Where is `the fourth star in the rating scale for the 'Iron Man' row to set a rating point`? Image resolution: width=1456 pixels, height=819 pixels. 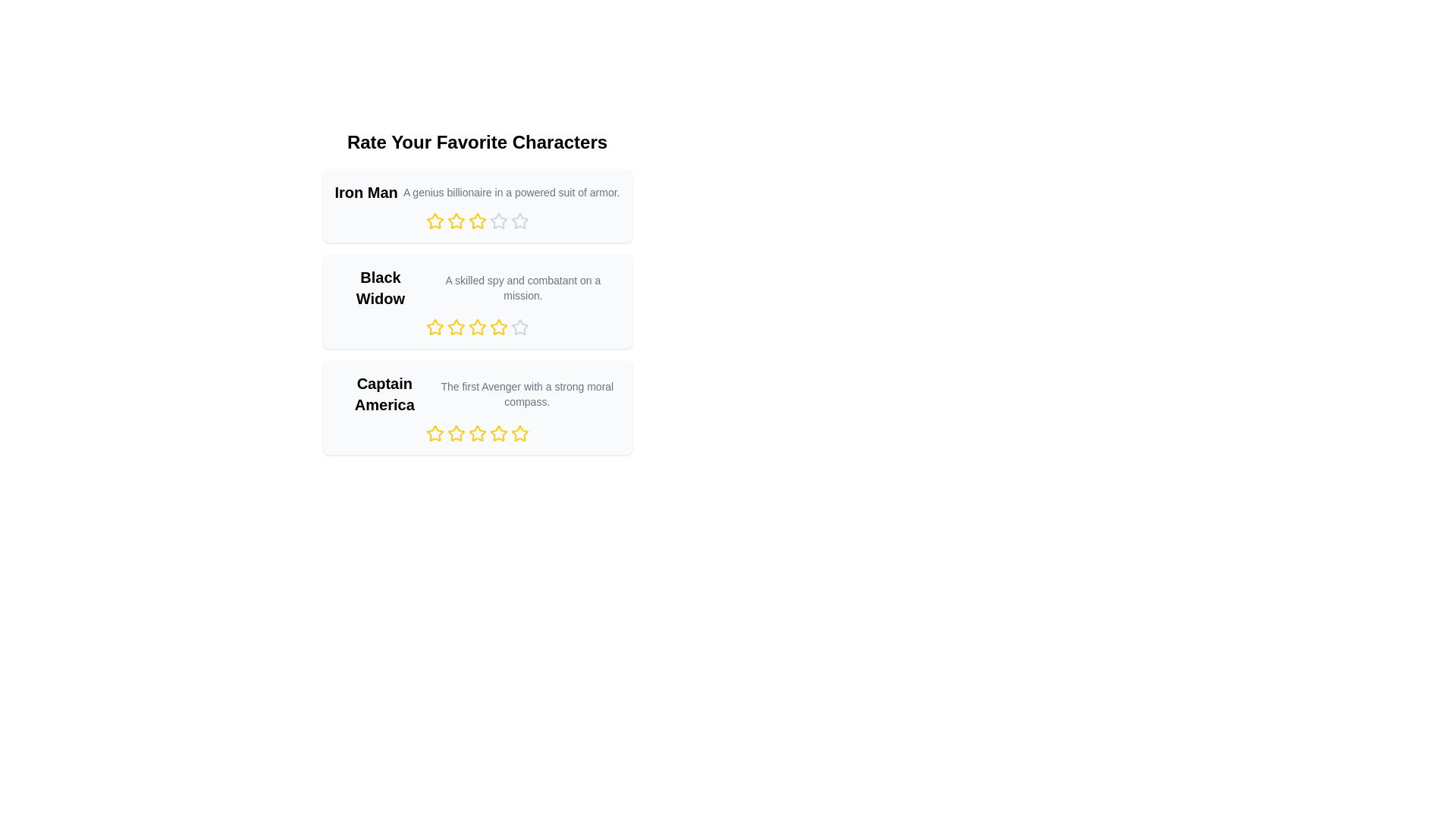 the fourth star in the rating scale for the 'Iron Man' row to set a rating point is located at coordinates (498, 221).